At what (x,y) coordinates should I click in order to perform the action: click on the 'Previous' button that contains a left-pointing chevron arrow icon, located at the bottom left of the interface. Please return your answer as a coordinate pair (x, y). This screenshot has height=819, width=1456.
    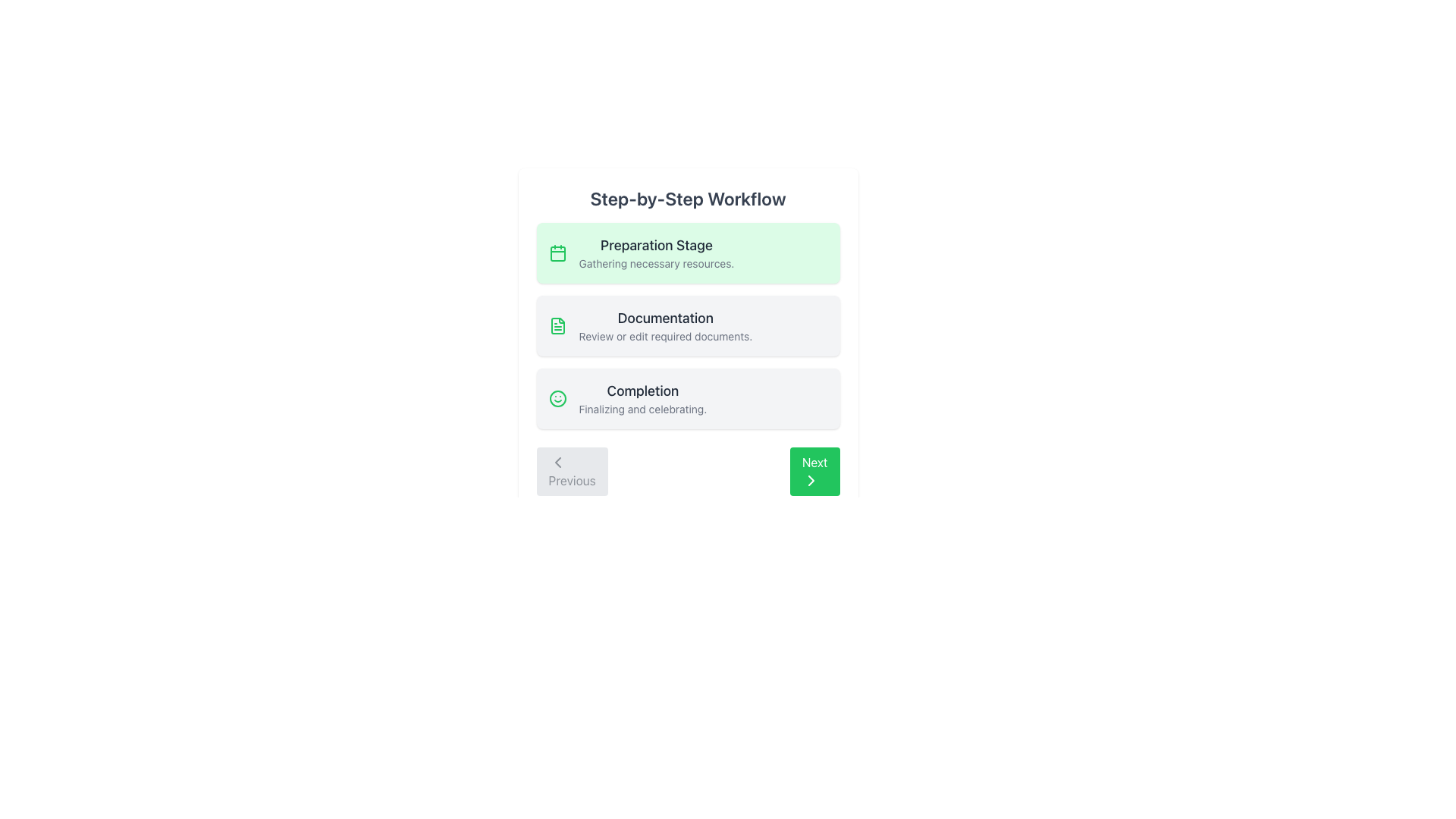
    Looking at the image, I should click on (557, 461).